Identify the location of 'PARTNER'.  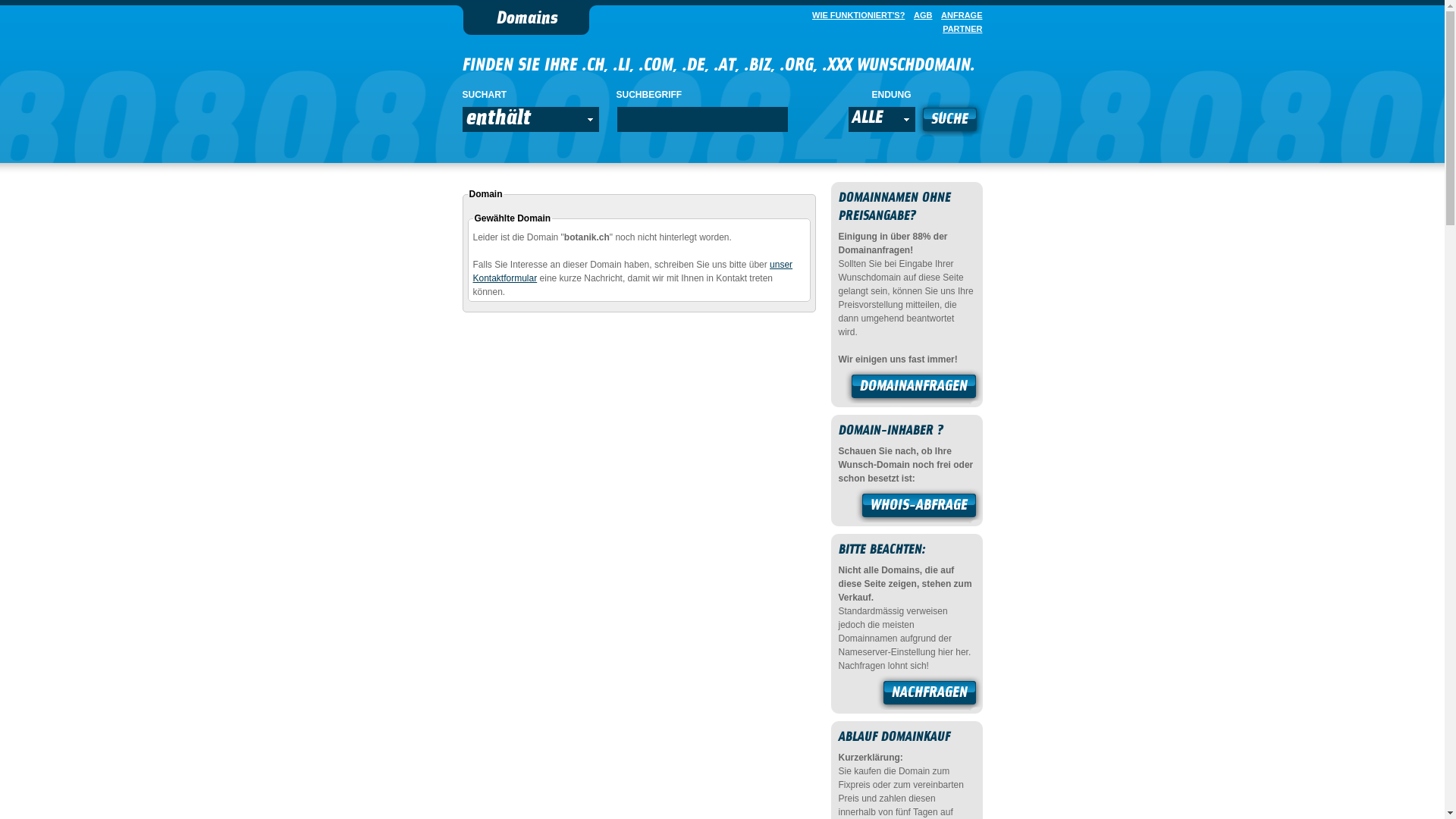
(959, 29).